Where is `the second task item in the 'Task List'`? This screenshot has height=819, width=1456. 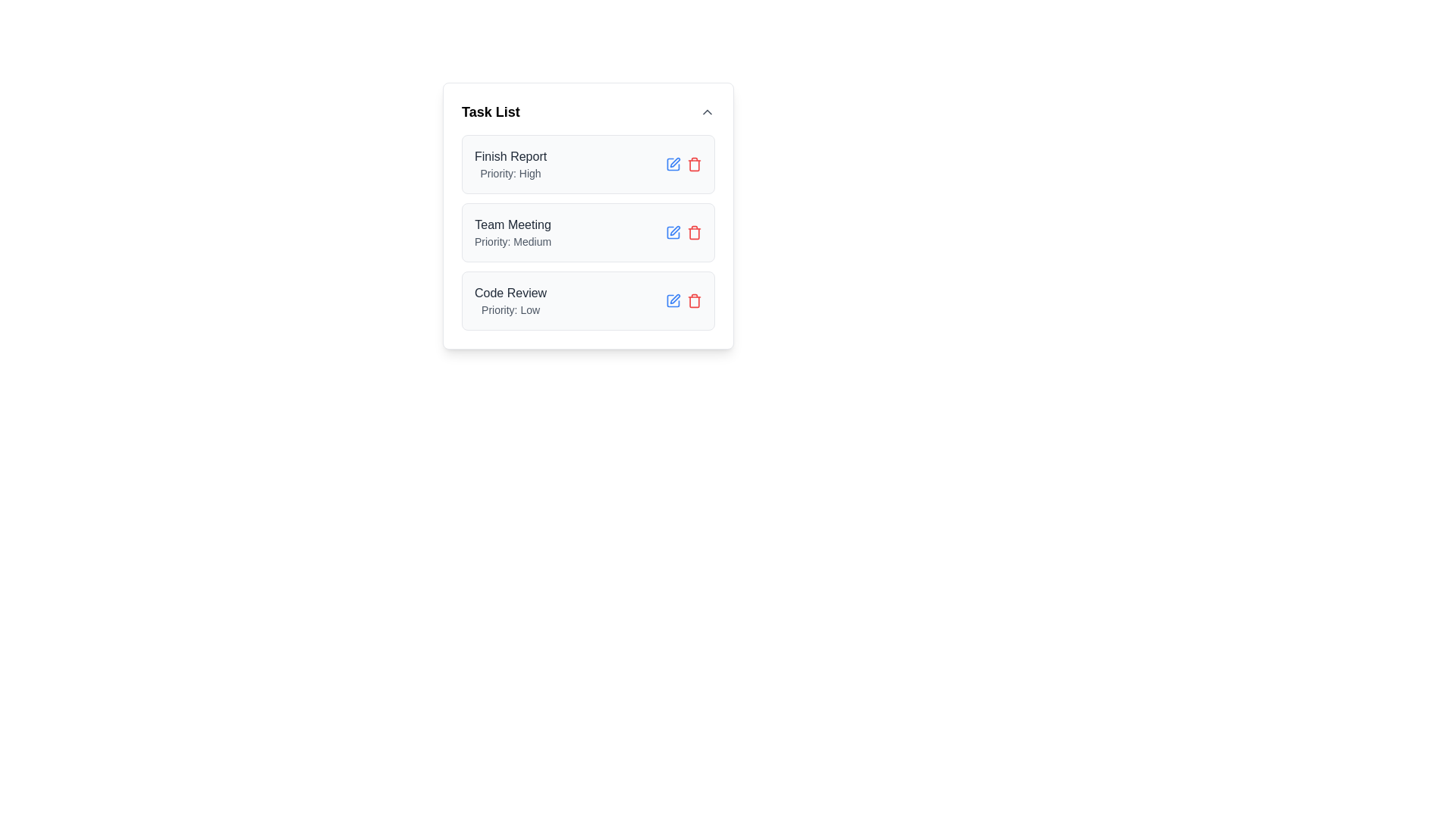 the second task item in the 'Task List' is located at coordinates (588, 216).